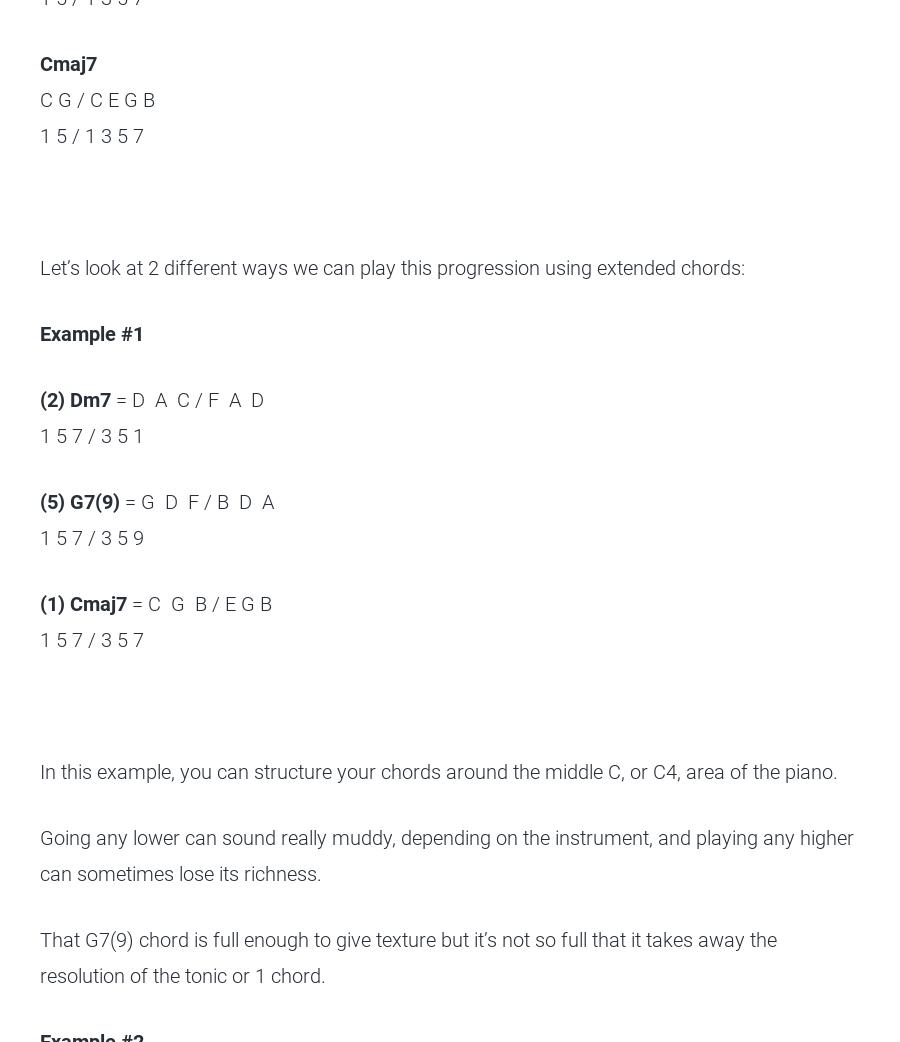 Image resolution: width=900 pixels, height=1042 pixels. Describe the element at coordinates (96, 100) in the screenshot. I see `'C G / C E G B'` at that location.